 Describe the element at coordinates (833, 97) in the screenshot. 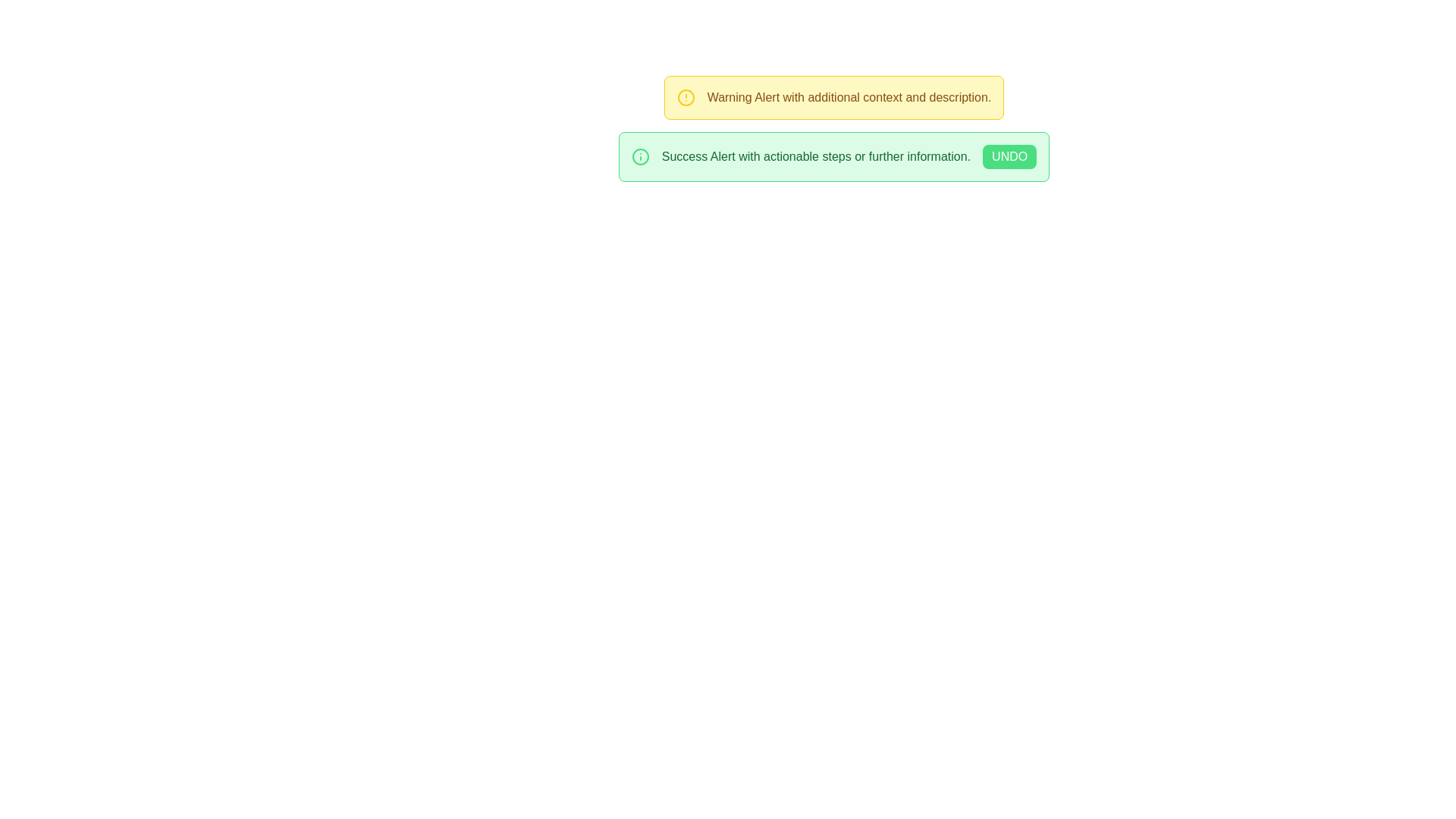

I see `the warning notification box at the top of the notifications stack` at that location.